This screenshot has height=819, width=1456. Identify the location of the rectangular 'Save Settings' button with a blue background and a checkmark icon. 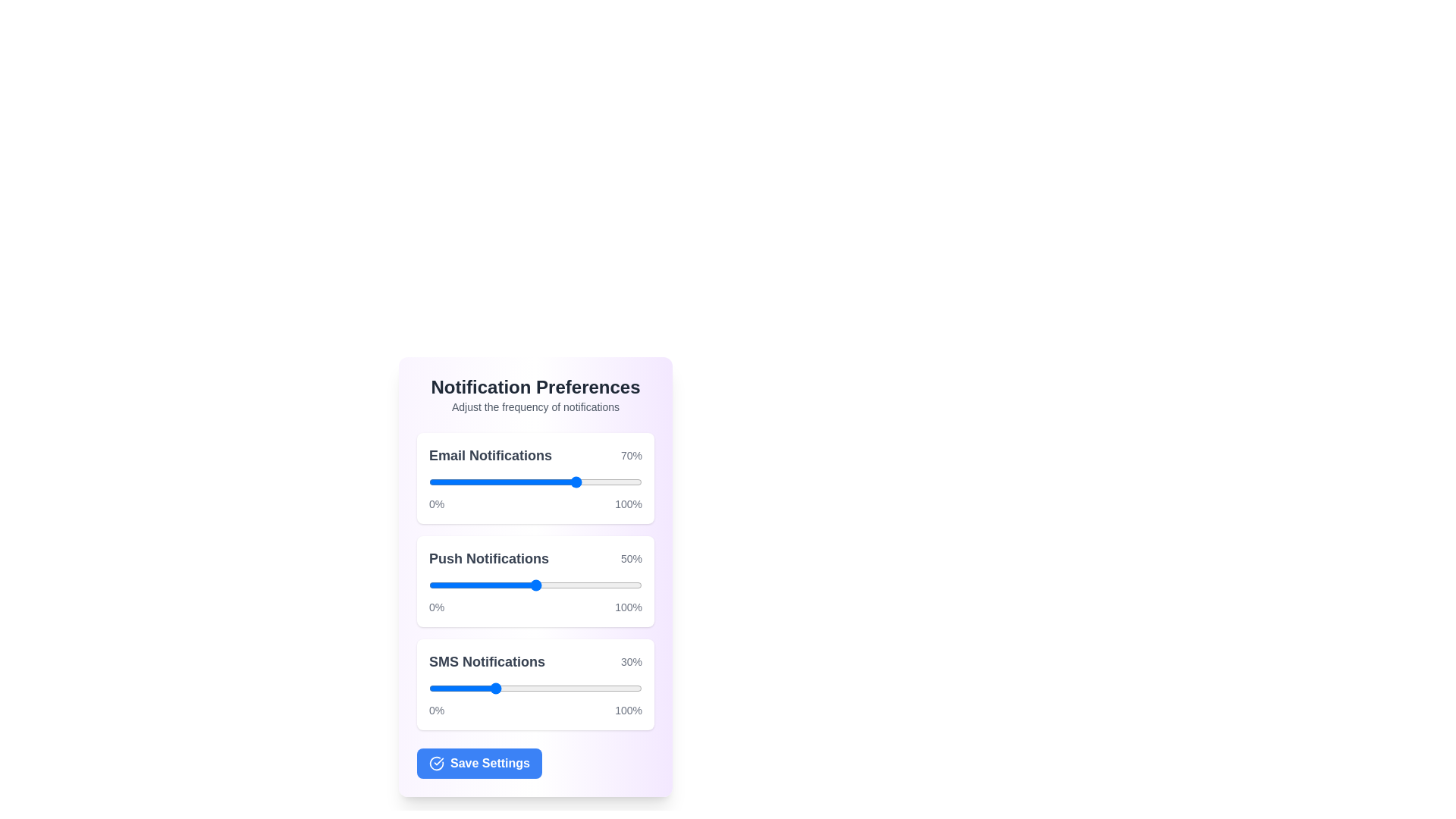
(479, 763).